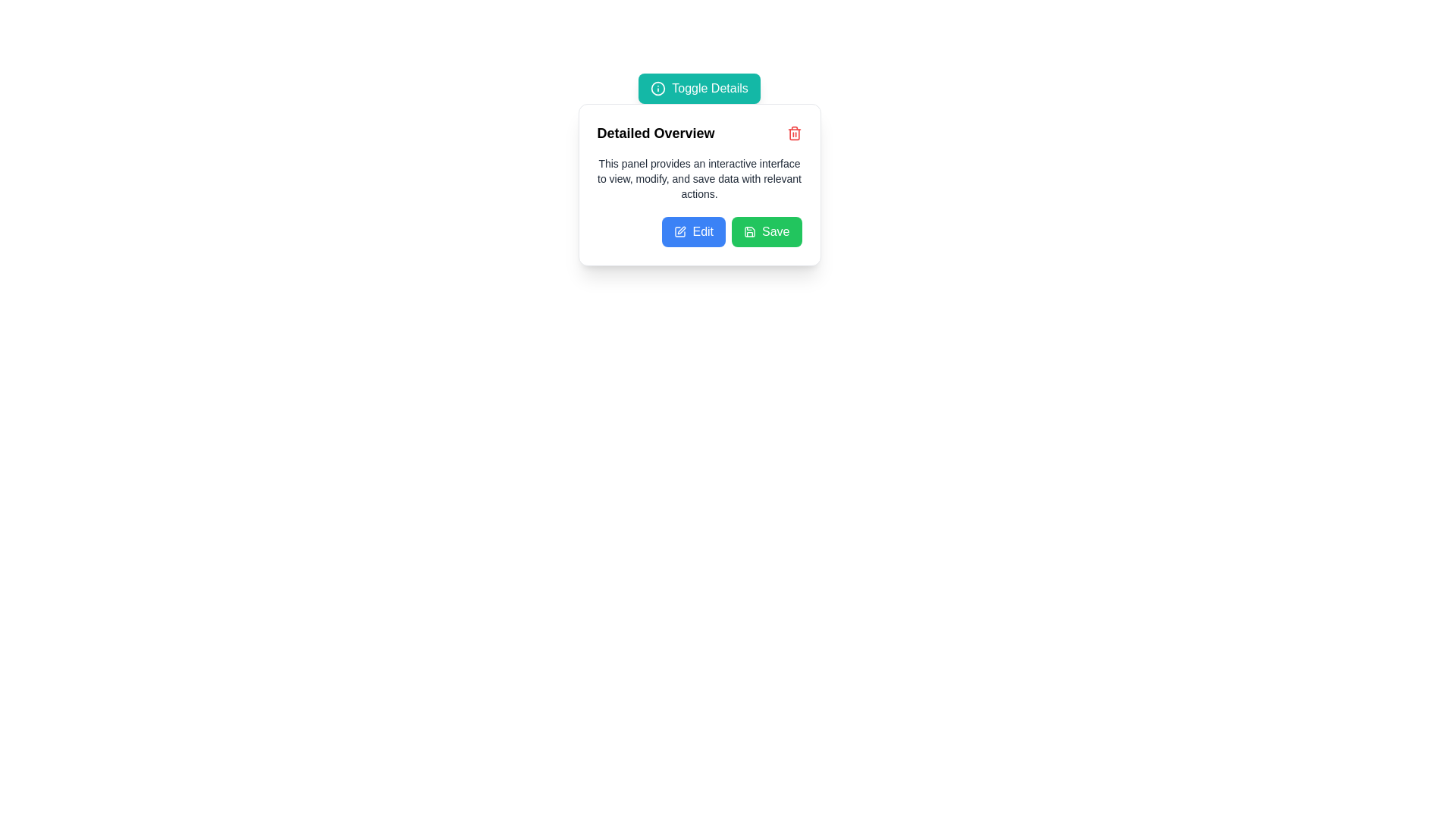 Image resolution: width=1456 pixels, height=819 pixels. I want to click on the red trash can icon button in the top-right corner of the 'Detailed Overview' panel, so click(793, 133).